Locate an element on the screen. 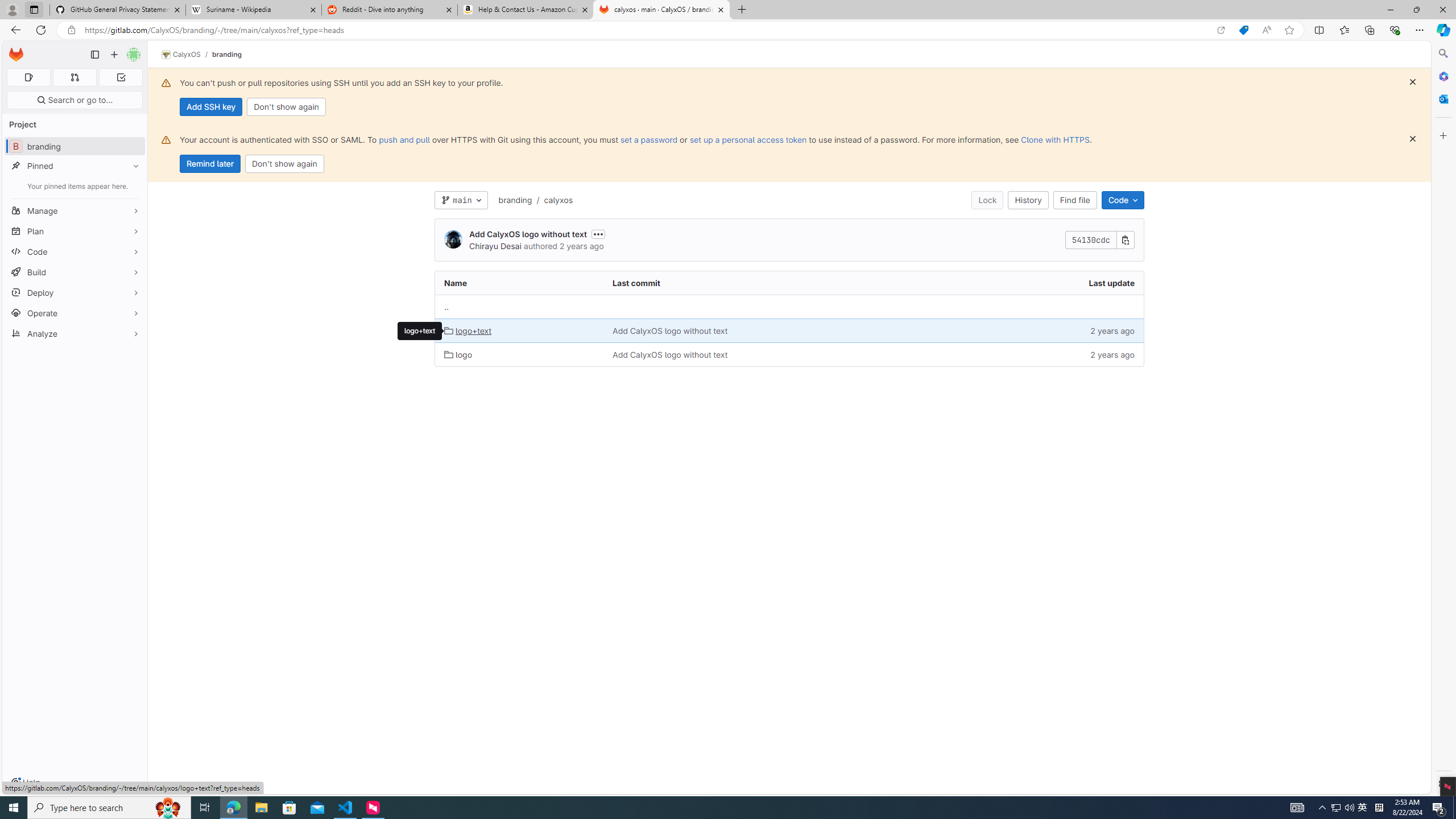  'Add SSH key' is located at coordinates (210, 106).